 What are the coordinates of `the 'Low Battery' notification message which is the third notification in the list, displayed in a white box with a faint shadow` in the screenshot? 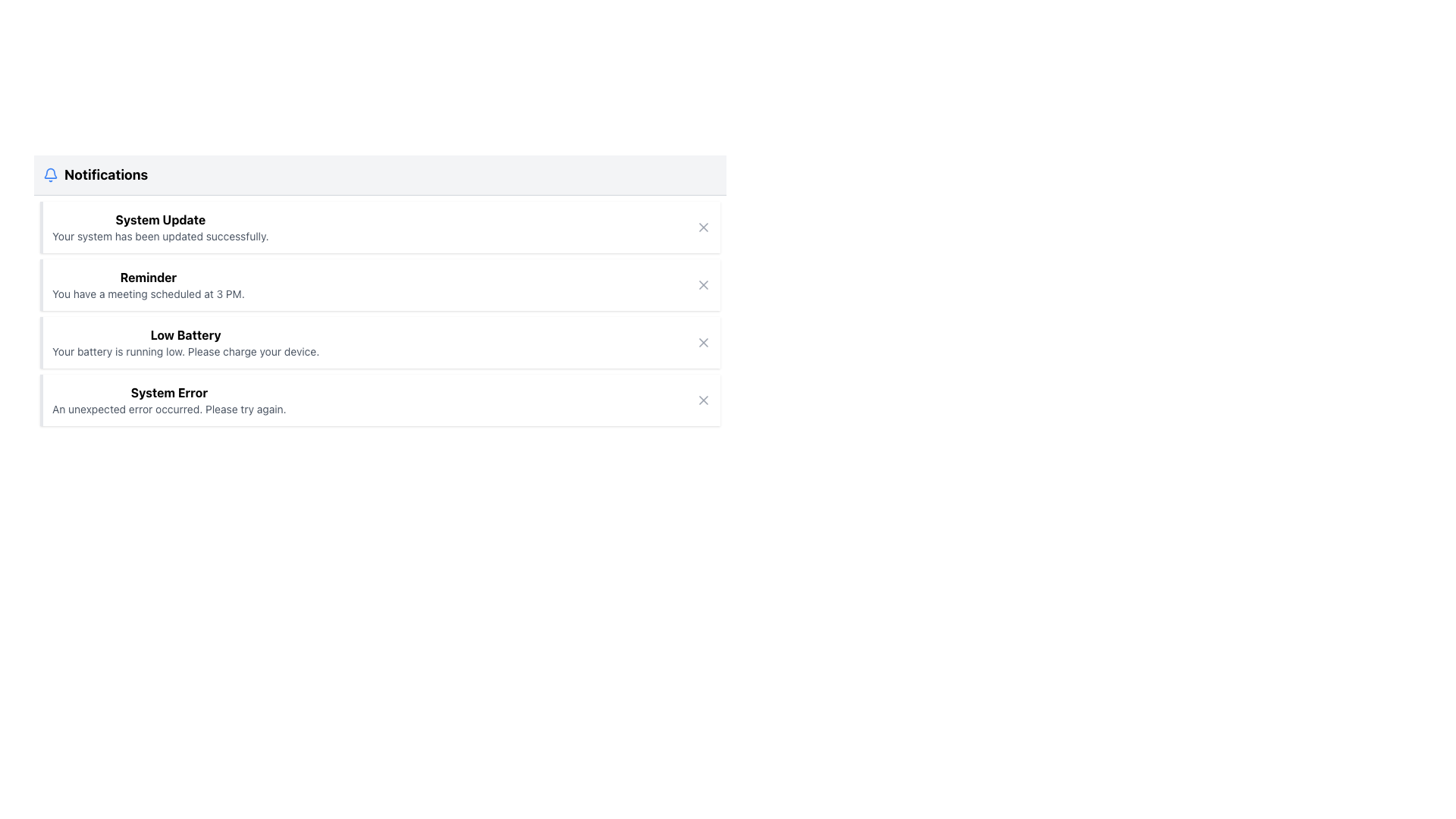 It's located at (185, 342).